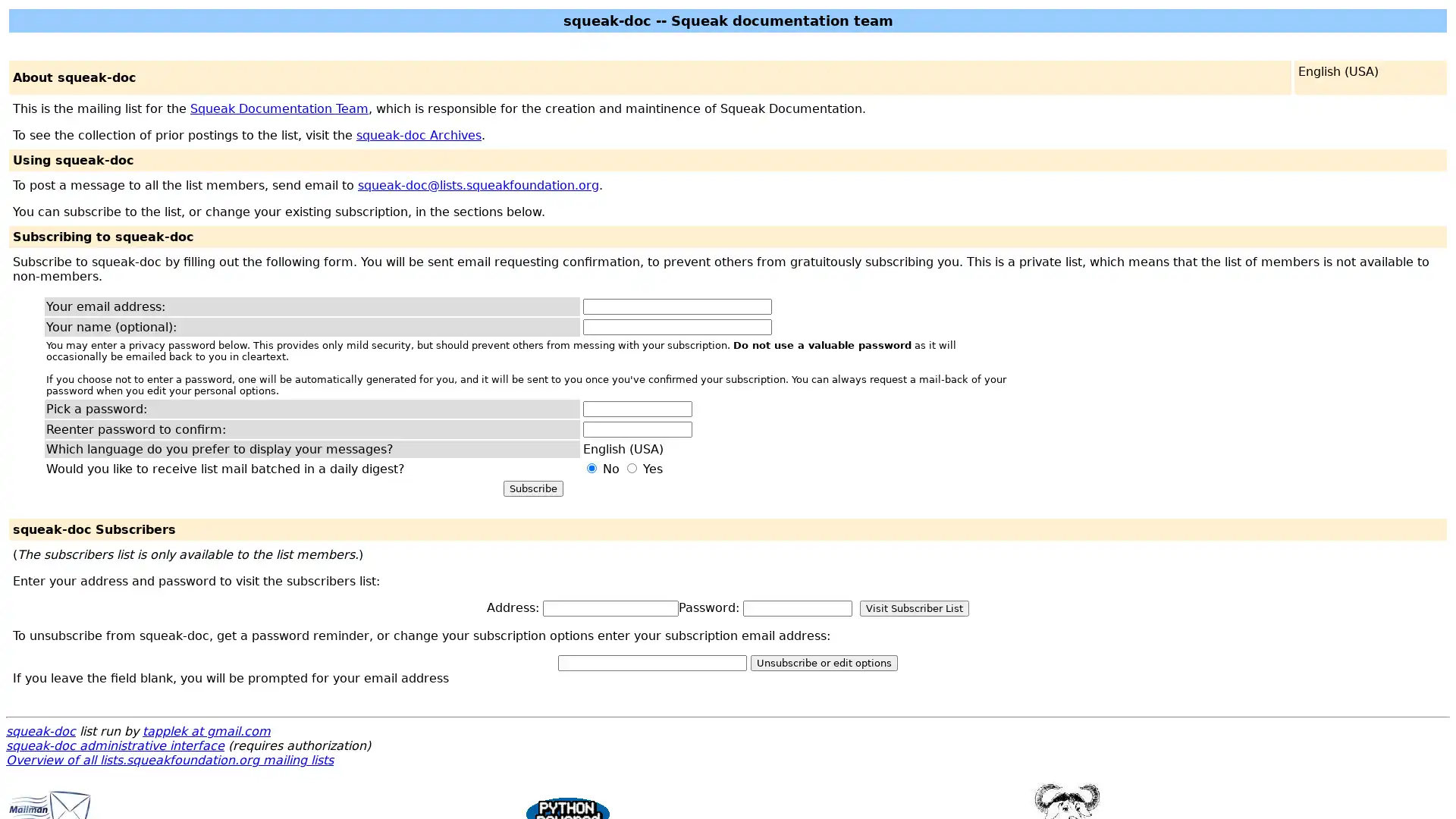 The image size is (1456, 819). Describe the element at coordinates (913, 607) in the screenshot. I see `Visit Subscriber List` at that location.